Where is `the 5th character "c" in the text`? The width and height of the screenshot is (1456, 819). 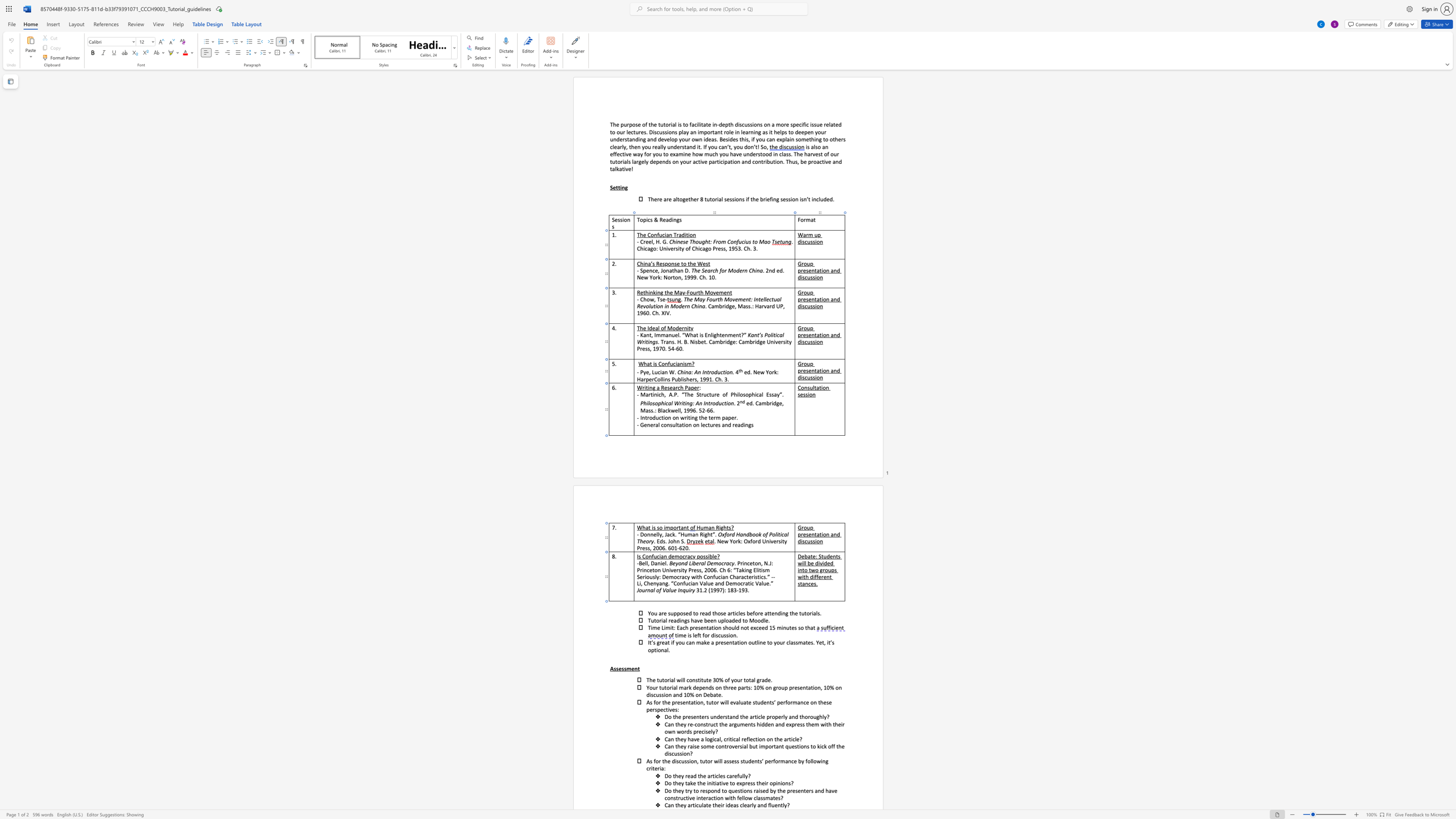 the 5th character "c" in the text is located at coordinates (762, 577).